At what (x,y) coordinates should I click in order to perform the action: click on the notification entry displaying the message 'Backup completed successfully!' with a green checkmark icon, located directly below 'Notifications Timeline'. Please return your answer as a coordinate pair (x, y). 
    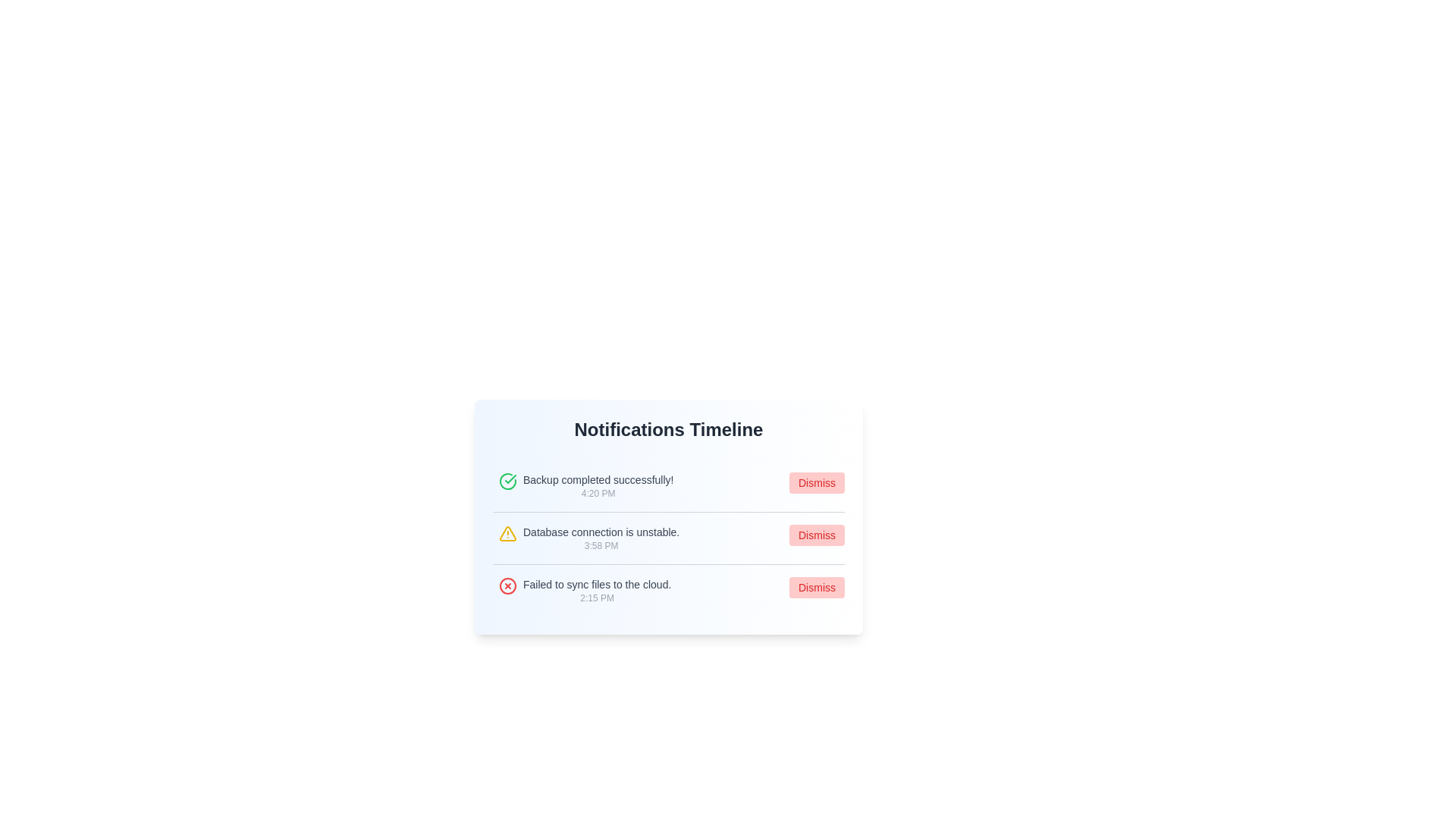
    Looking at the image, I should click on (582, 485).